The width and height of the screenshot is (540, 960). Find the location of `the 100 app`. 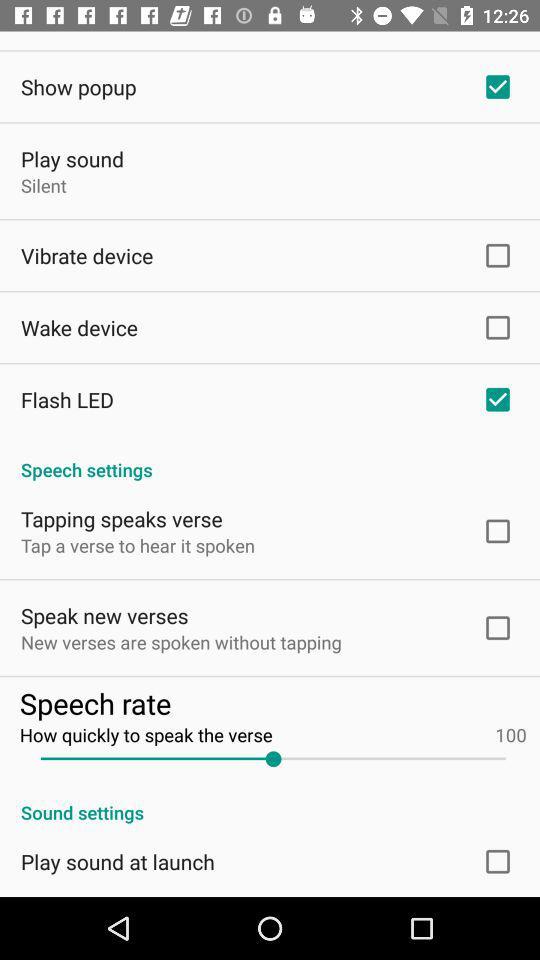

the 100 app is located at coordinates (511, 733).